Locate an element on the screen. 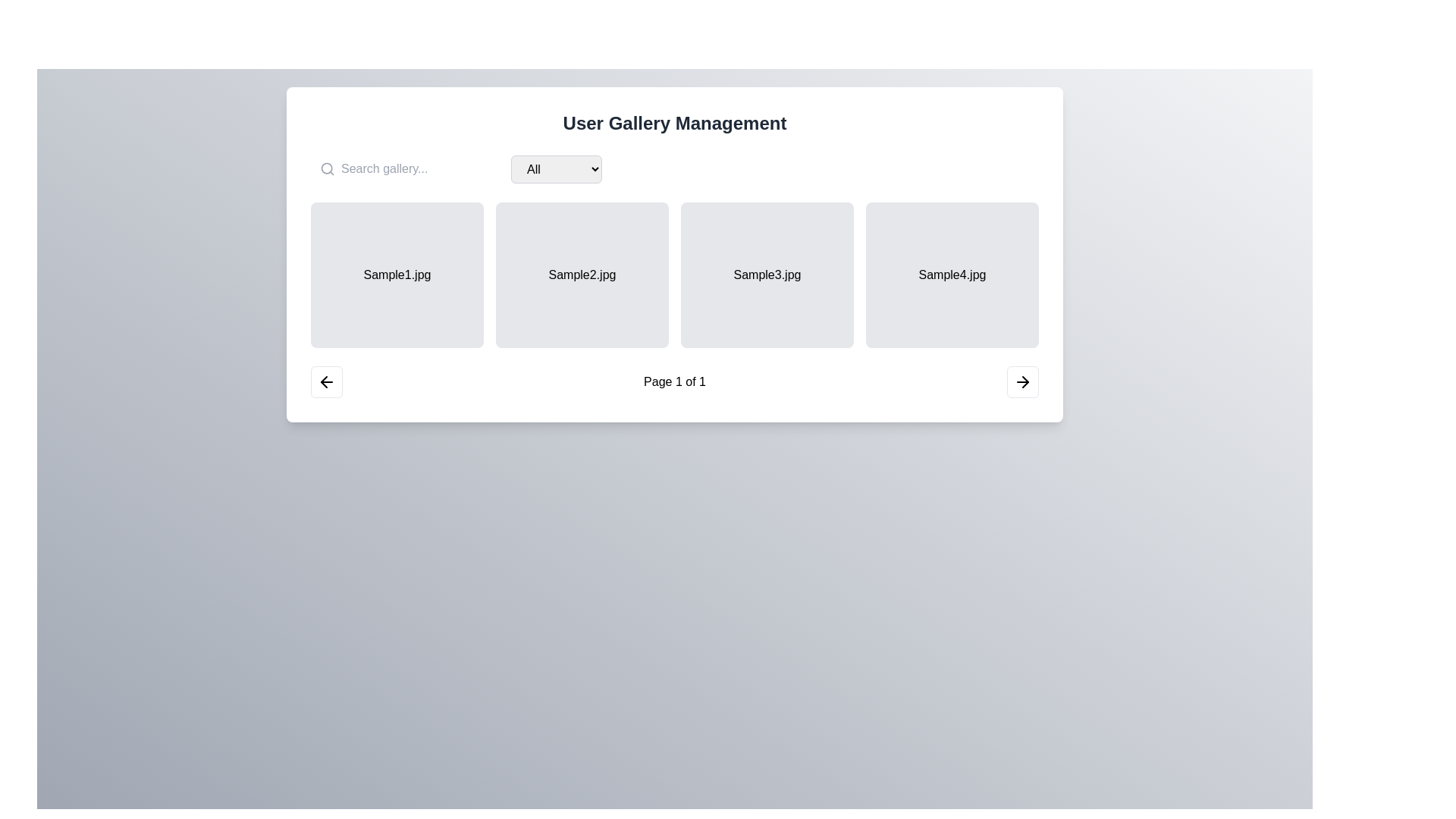  the central Text label that serves as the header or title for the page, providing context for the interface's purpose is located at coordinates (673, 122).